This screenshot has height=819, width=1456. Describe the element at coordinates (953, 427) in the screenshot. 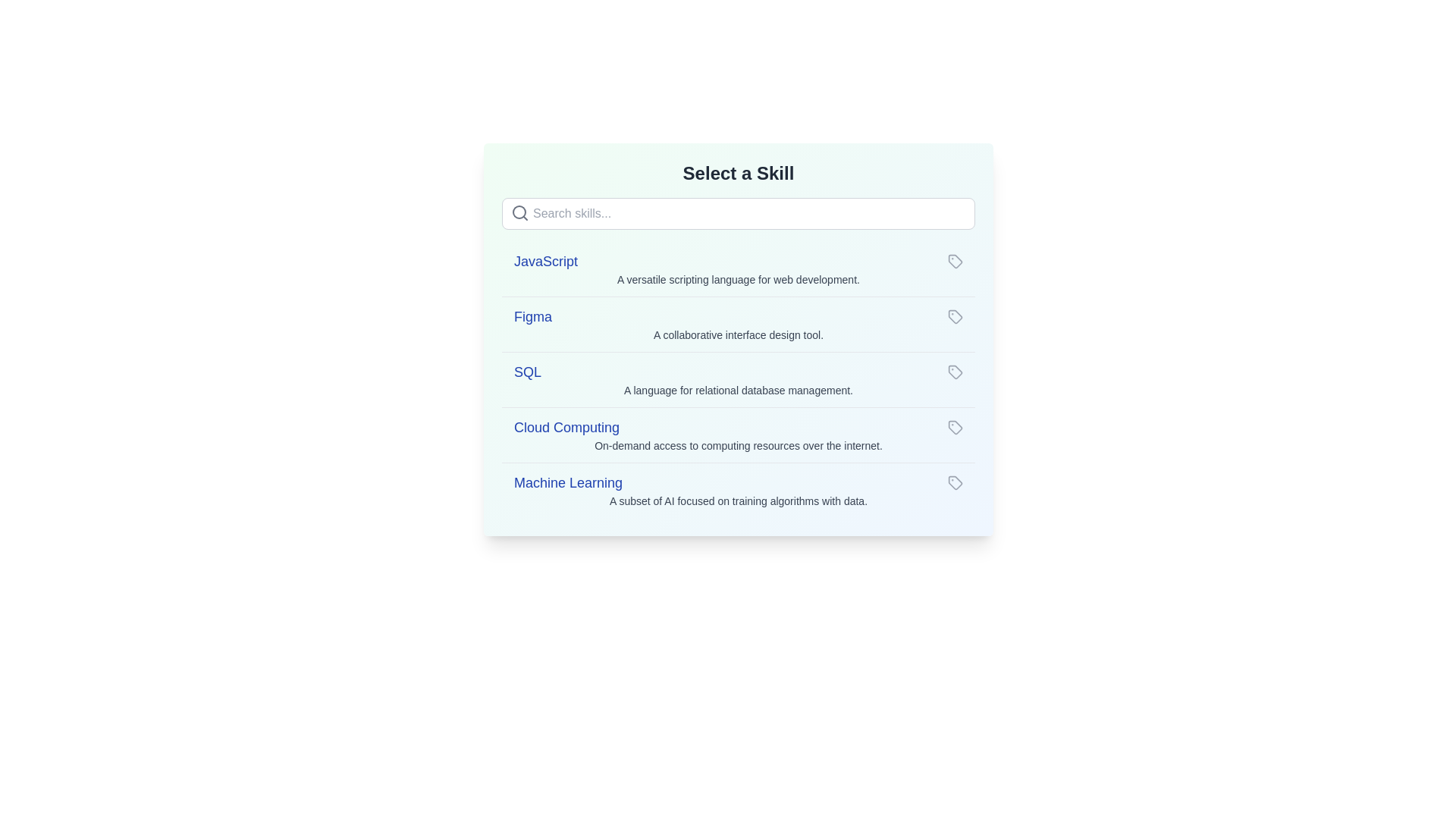

I see `the tag icon associated with the 'Cloud Computing' skill entry` at that location.